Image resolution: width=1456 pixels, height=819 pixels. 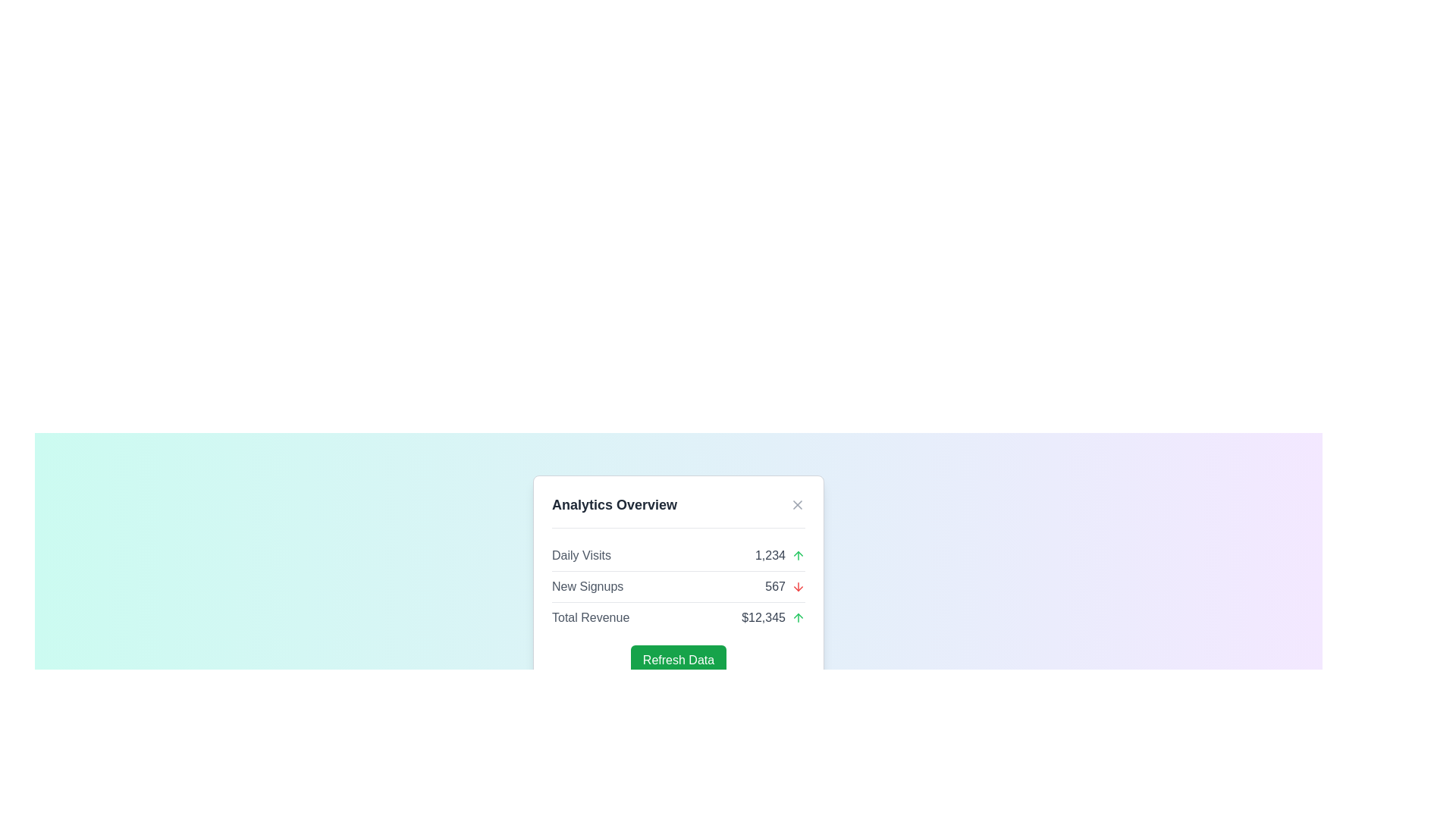 I want to click on the red arrow-down icon located next to the number '567' in the 'Analytics Overview' card layout, so click(x=797, y=586).